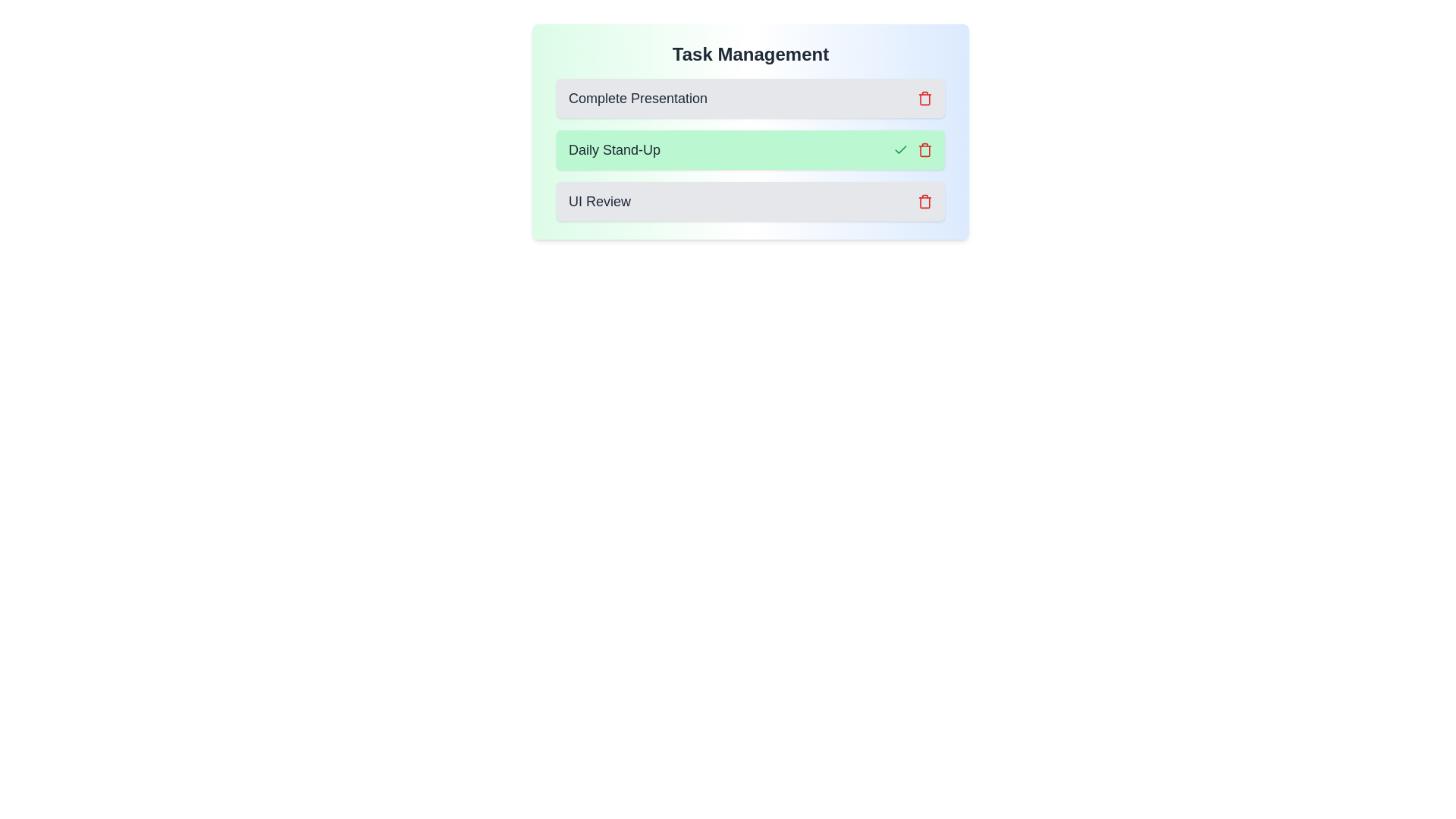  Describe the element at coordinates (924, 201) in the screenshot. I see `trash icon for the task named UI Review` at that location.